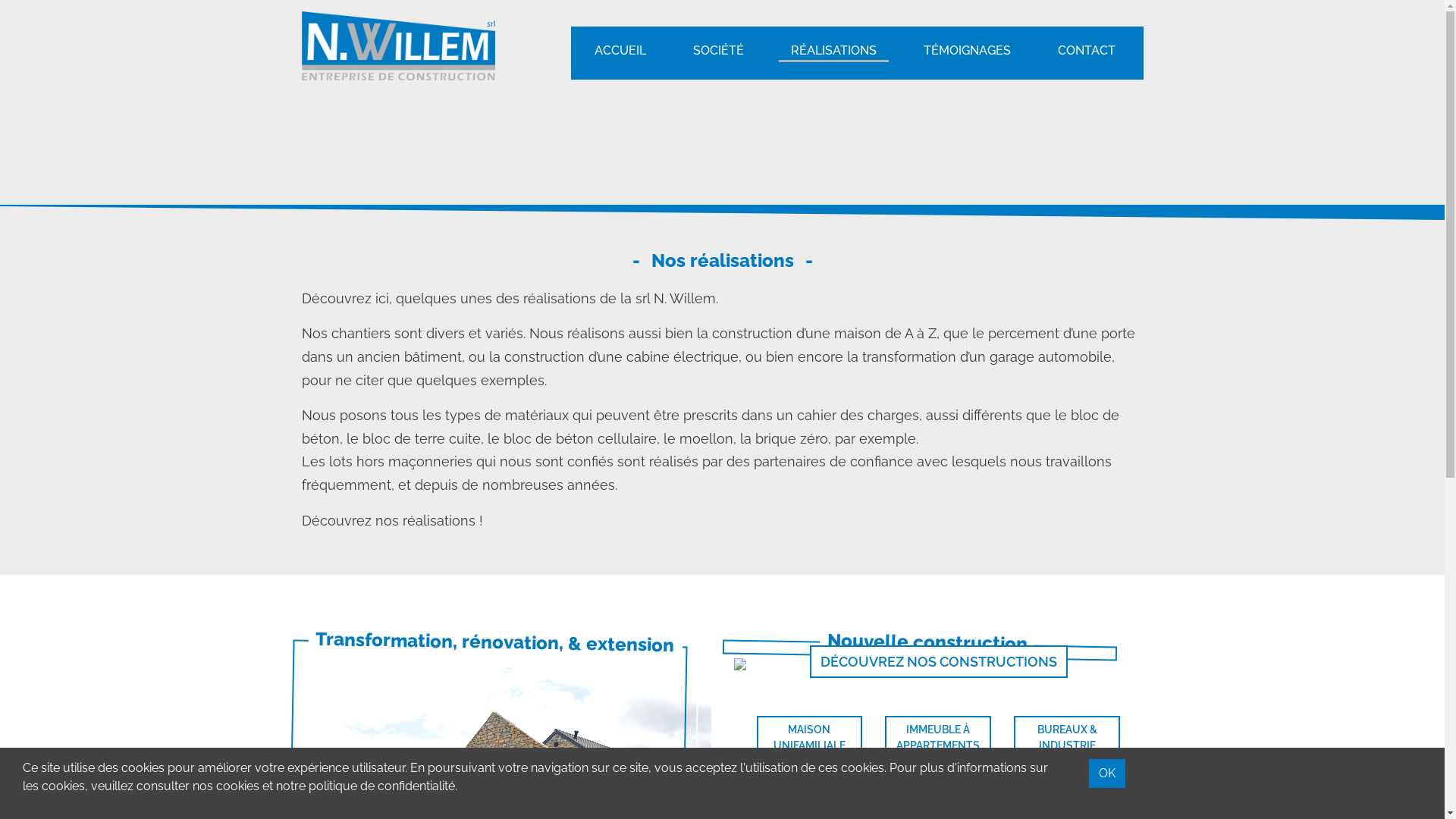 The width and height of the screenshot is (1456, 819). Describe the element at coordinates (757, 736) in the screenshot. I see `'MAISON UNIFAMILIALE'` at that location.